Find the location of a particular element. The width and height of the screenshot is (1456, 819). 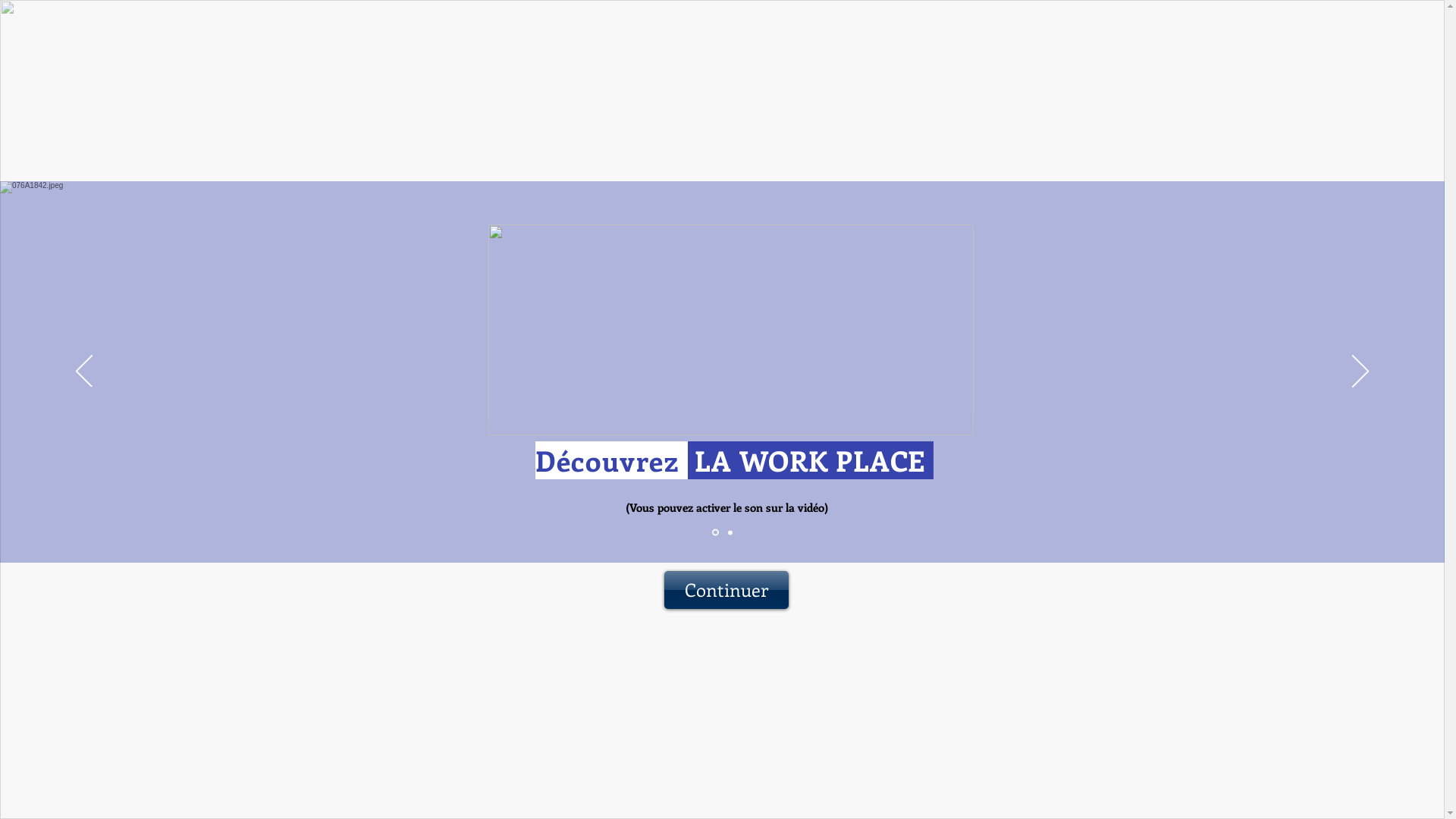

'Continuer' is located at coordinates (726, 589).